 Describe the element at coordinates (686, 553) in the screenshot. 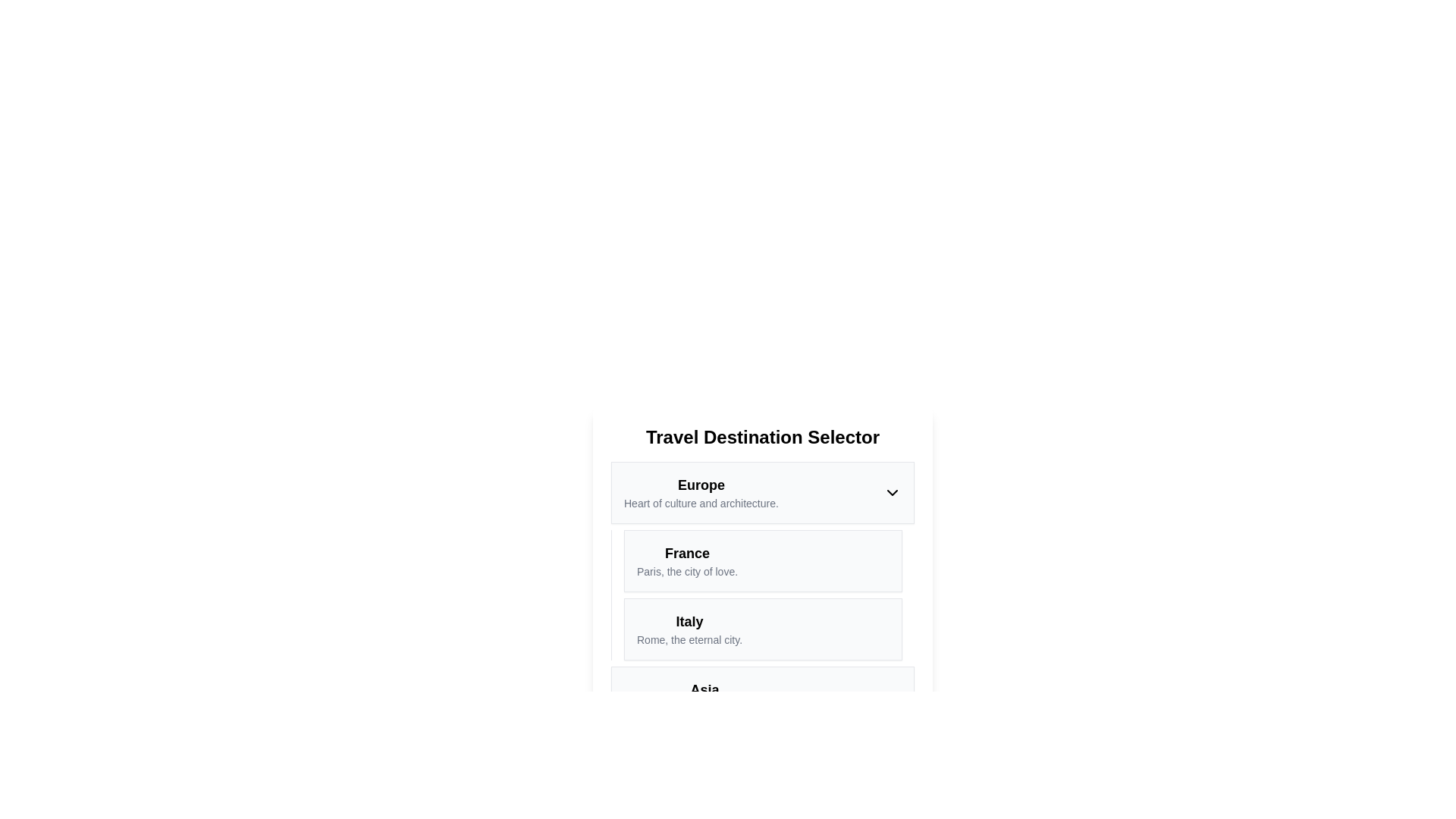

I see `the text label for the country 'France', which is centrally aligned and serves as a heading within the travel destinations list` at that location.